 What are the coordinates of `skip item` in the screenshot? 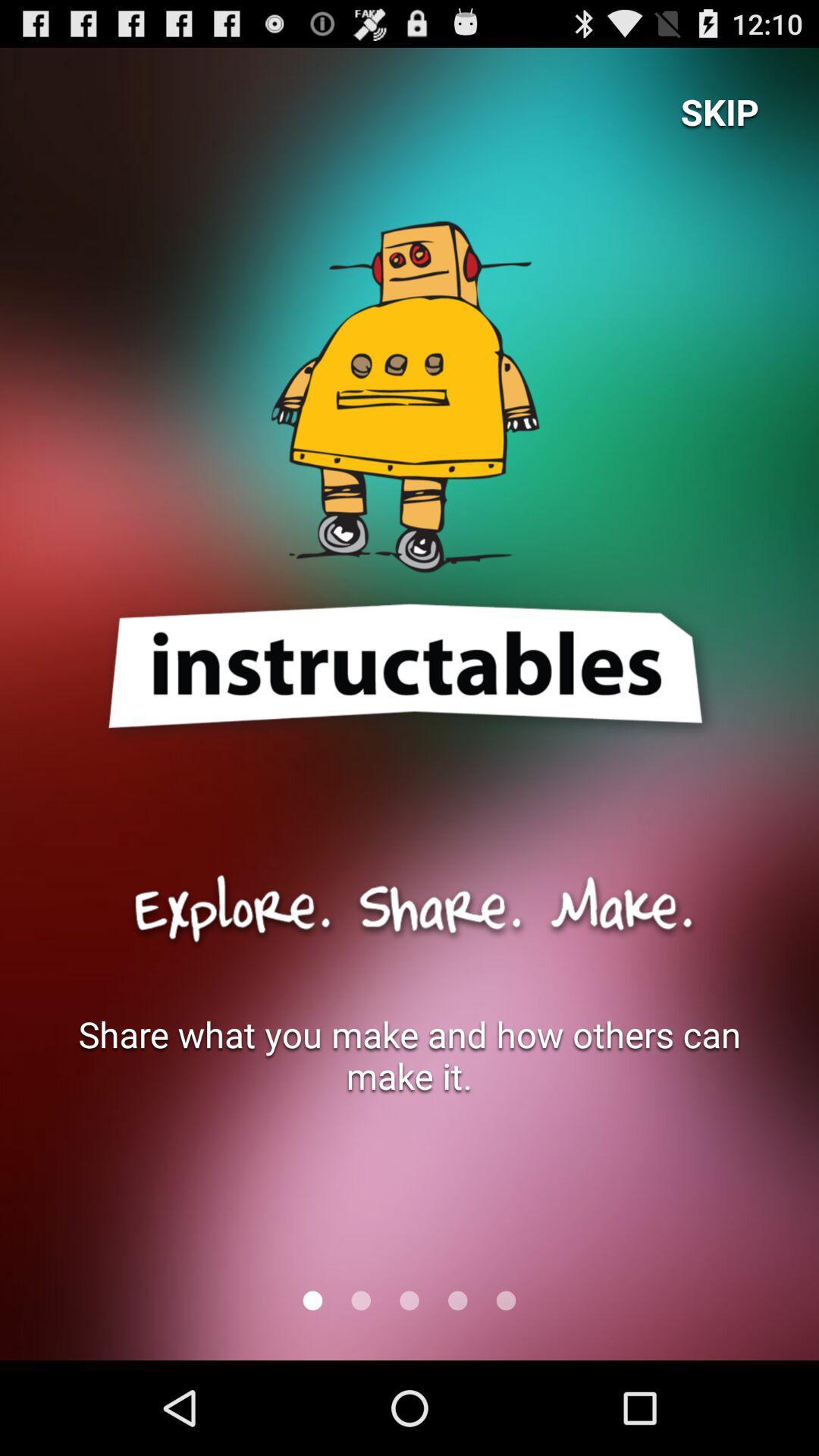 It's located at (719, 111).